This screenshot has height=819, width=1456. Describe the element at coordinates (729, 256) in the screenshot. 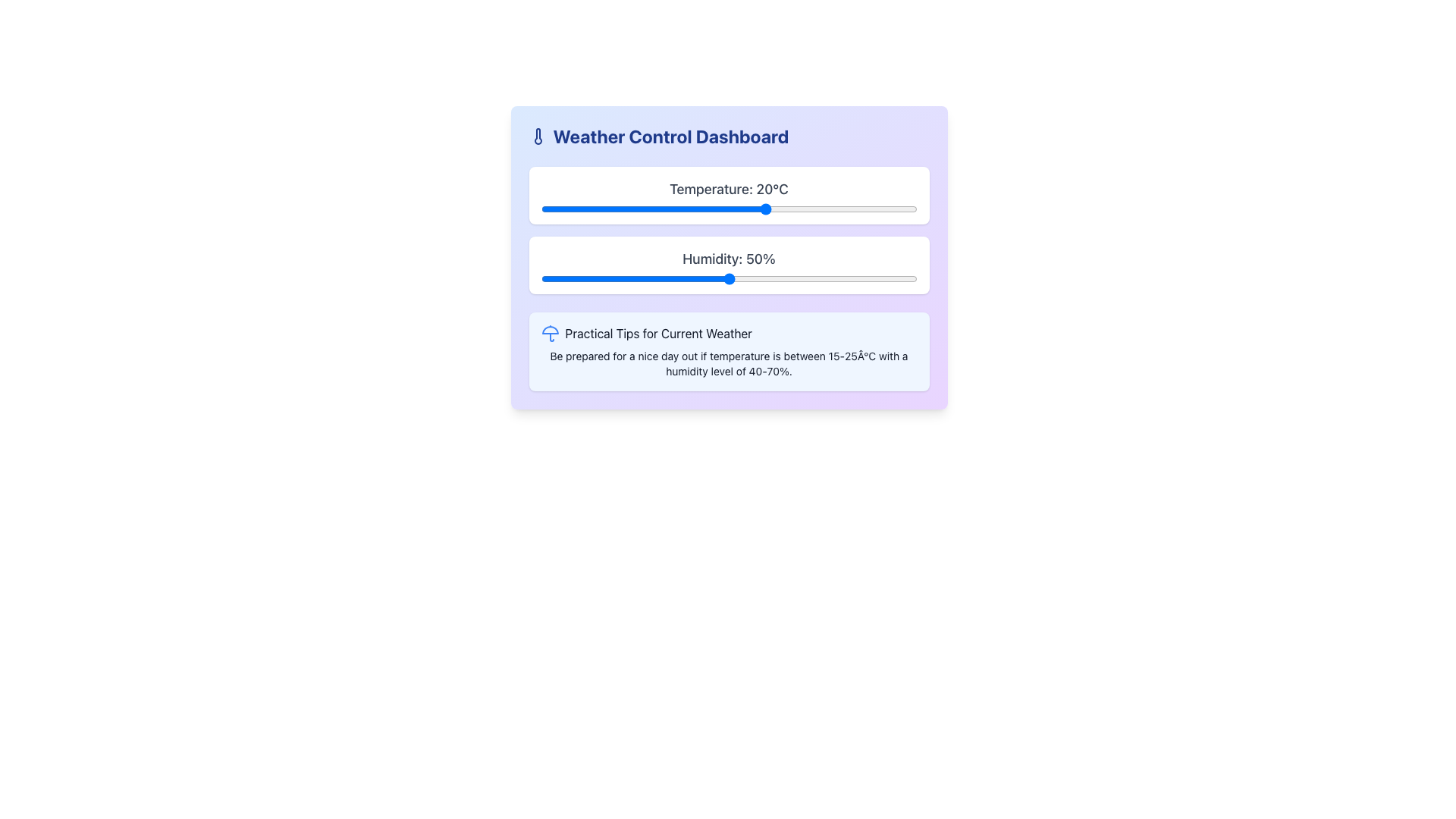

I see `the interactive components within the weather information panel that features a gradient background and rounded corners` at that location.